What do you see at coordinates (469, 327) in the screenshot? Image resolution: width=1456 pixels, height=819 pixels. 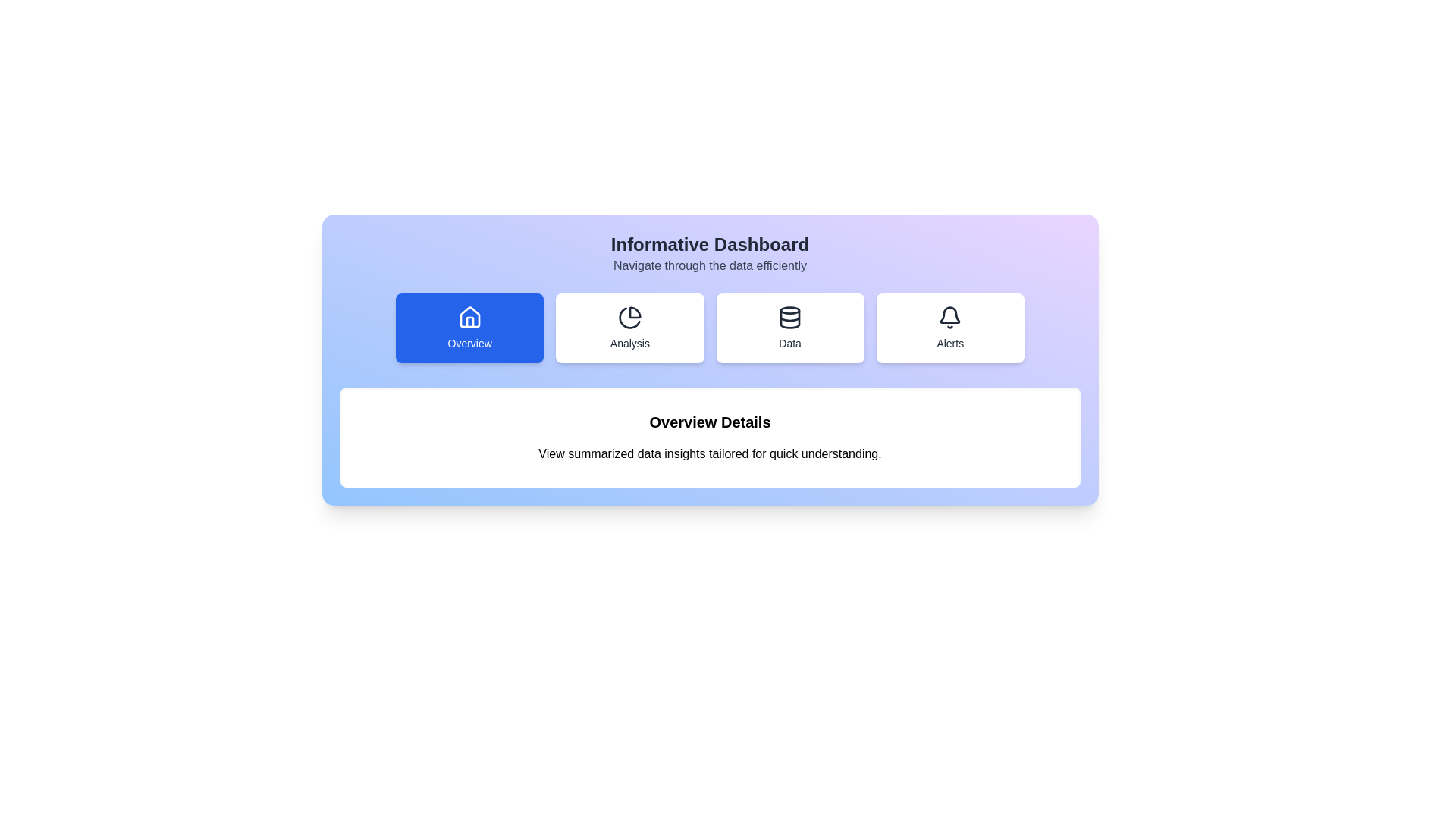 I see `the bright blue 'Overview' button with a white house icon and text below it` at bounding box center [469, 327].